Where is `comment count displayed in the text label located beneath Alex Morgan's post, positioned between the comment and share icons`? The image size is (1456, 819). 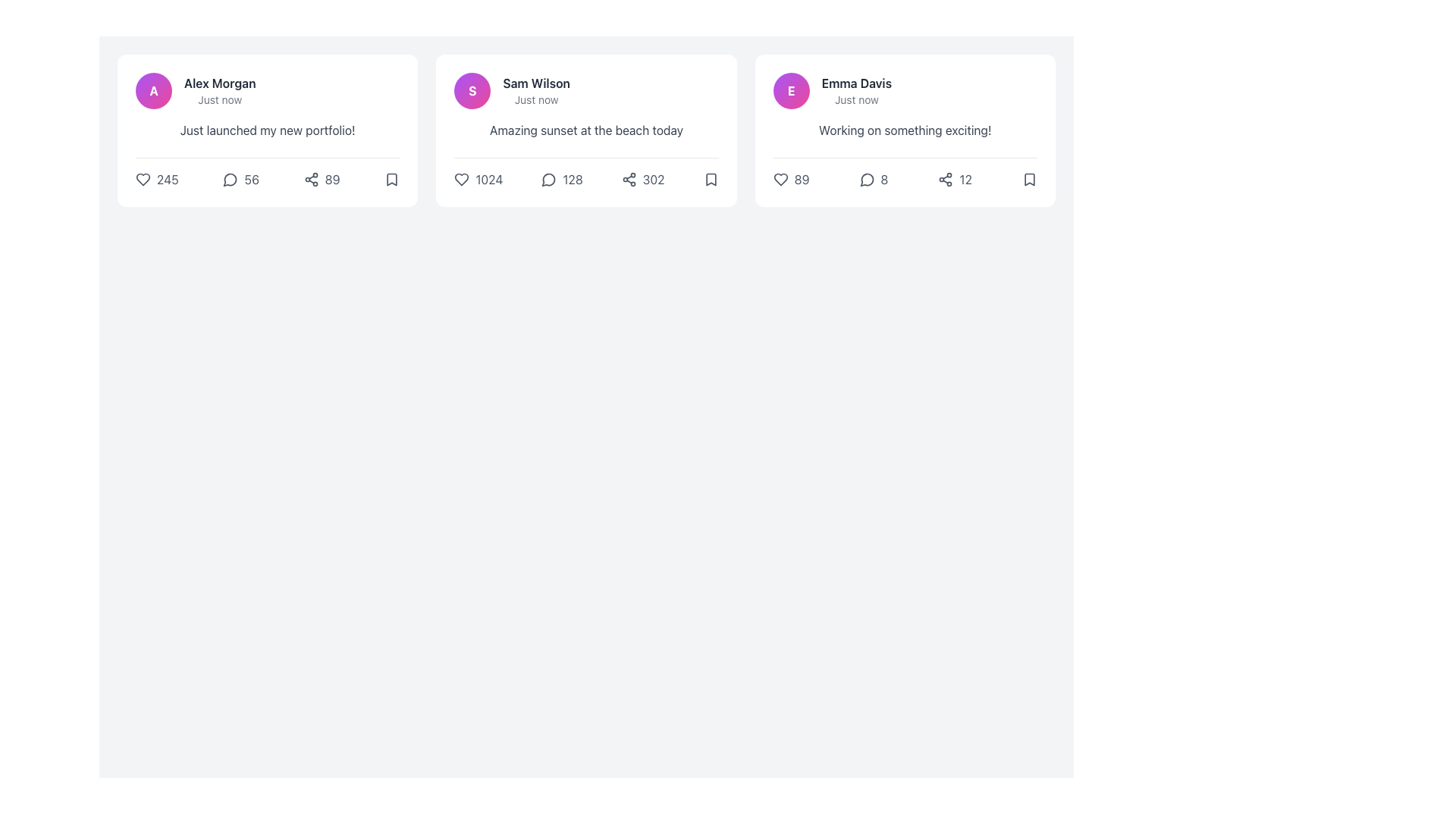 comment count displayed in the text label located beneath Alex Morgan's post, positioned between the comment and share icons is located at coordinates (252, 178).